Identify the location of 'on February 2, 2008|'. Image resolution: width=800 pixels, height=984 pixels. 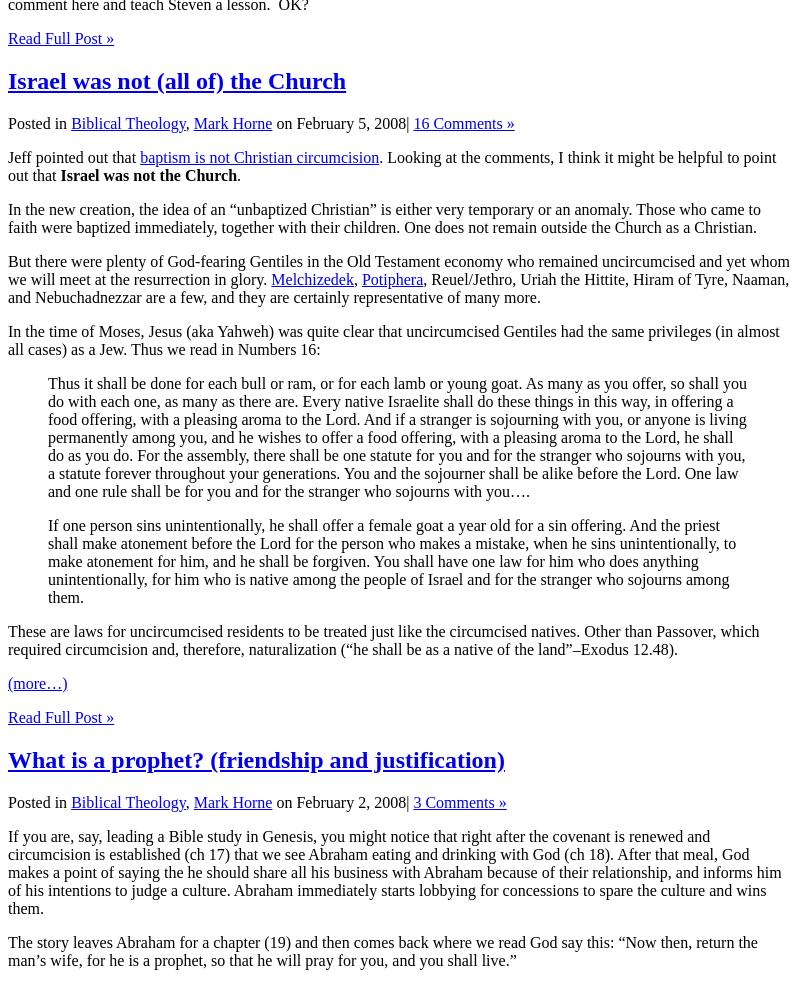
(342, 800).